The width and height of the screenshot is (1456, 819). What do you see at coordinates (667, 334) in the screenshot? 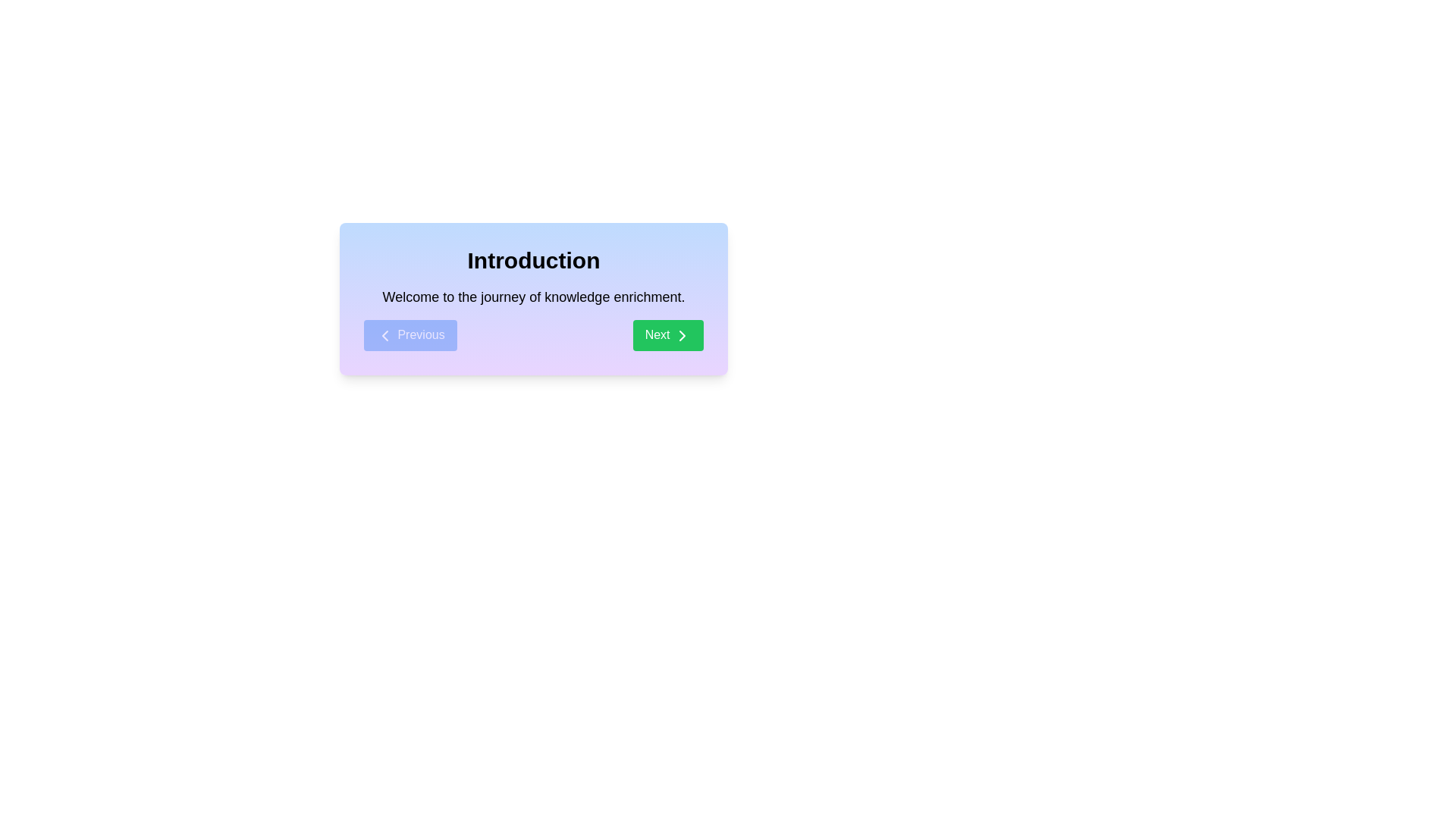
I see `the 'Next' button to navigate to the next step` at bounding box center [667, 334].